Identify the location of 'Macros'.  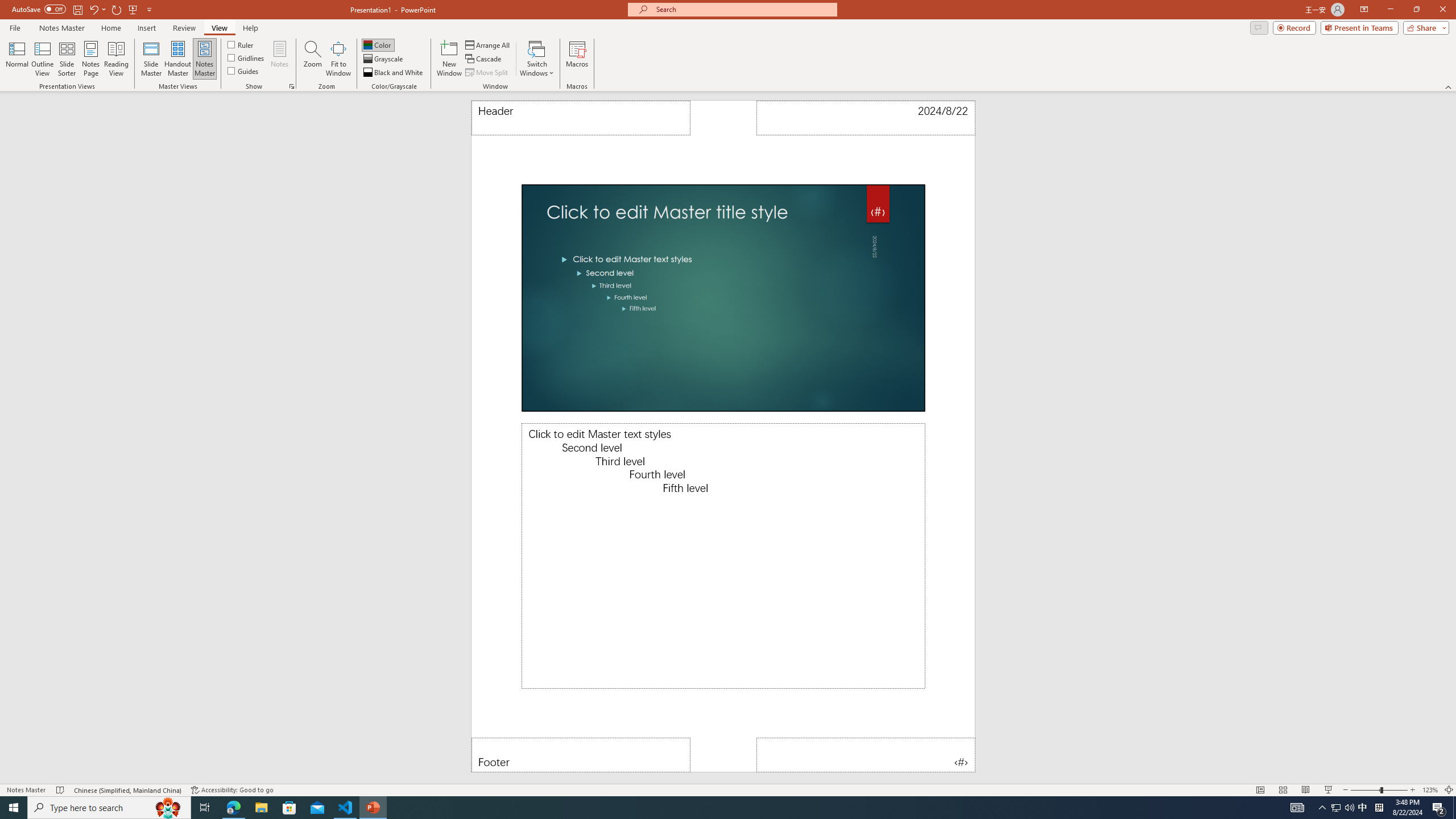
(577, 59).